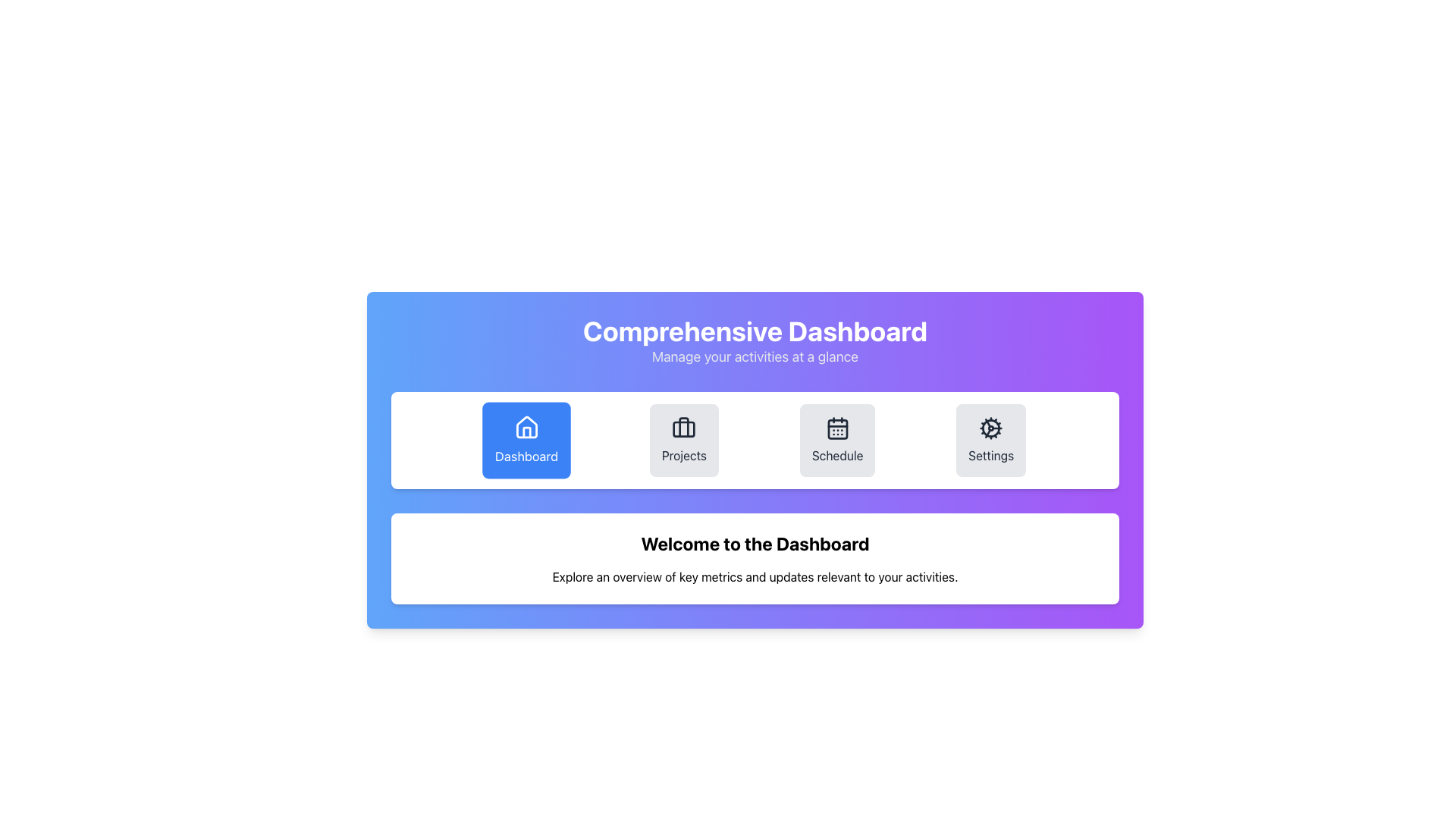 The image size is (1456, 819). I want to click on the 'Projects' button represented by the SVG Icon located below the title 'Comprehensive Dashboard', so click(683, 428).